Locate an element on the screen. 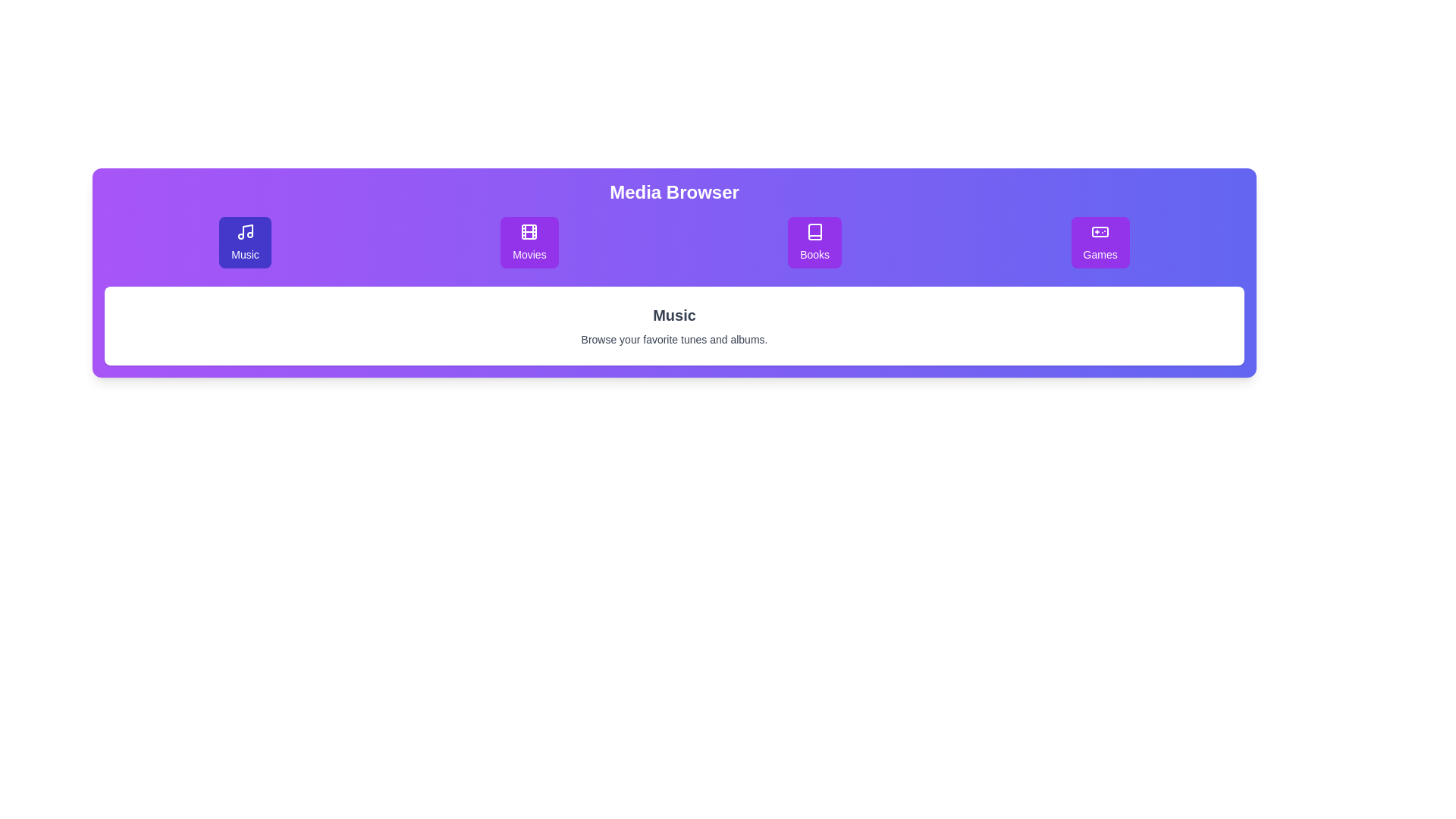 Image resolution: width=1456 pixels, height=819 pixels. the third button in the horizontal series labeled 'Media Browser' is located at coordinates (814, 242).